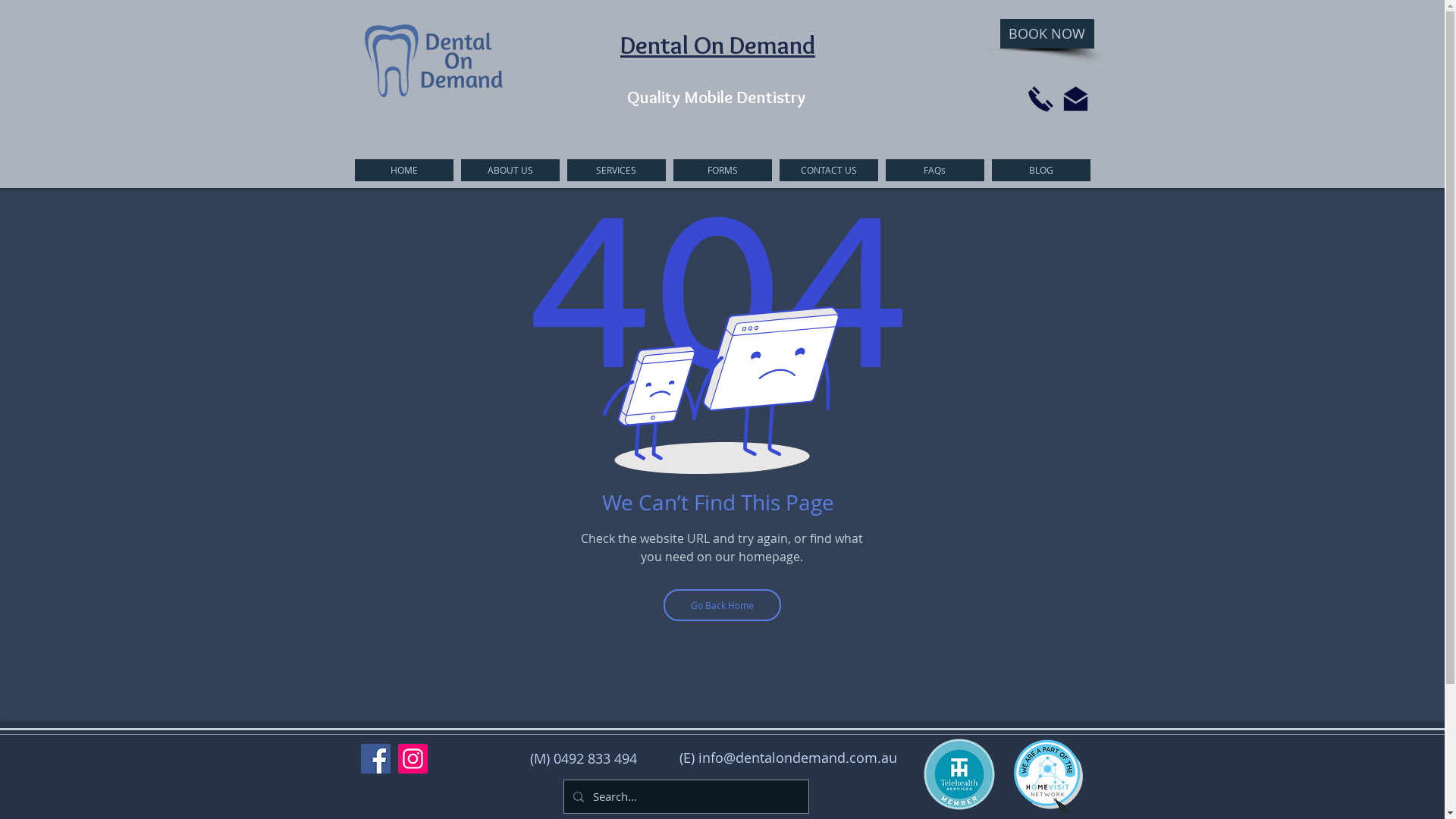 The height and width of the screenshot is (819, 1456). What do you see at coordinates (626, 96) in the screenshot?
I see `'Quality Mobile Dentistry'` at bounding box center [626, 96].